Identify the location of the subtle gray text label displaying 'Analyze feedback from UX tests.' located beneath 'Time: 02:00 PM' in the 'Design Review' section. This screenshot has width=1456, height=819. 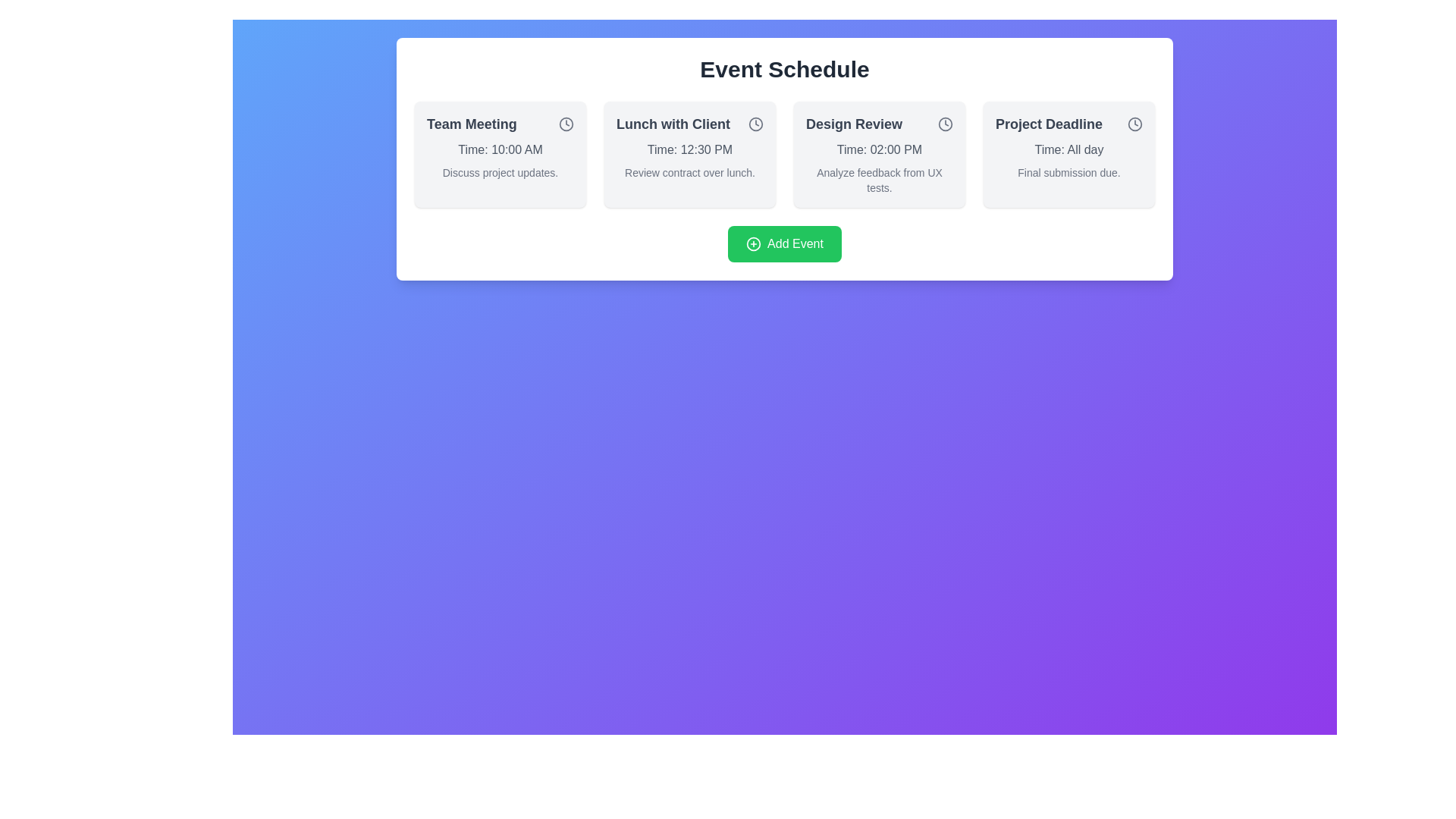
(880, 180).